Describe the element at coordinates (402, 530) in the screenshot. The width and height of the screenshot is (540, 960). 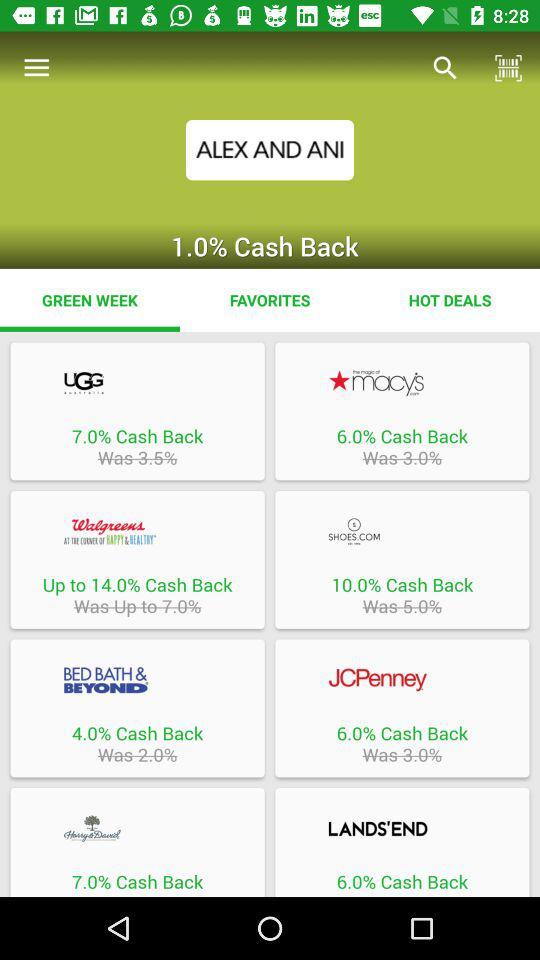
I see `business partner link` at that location.